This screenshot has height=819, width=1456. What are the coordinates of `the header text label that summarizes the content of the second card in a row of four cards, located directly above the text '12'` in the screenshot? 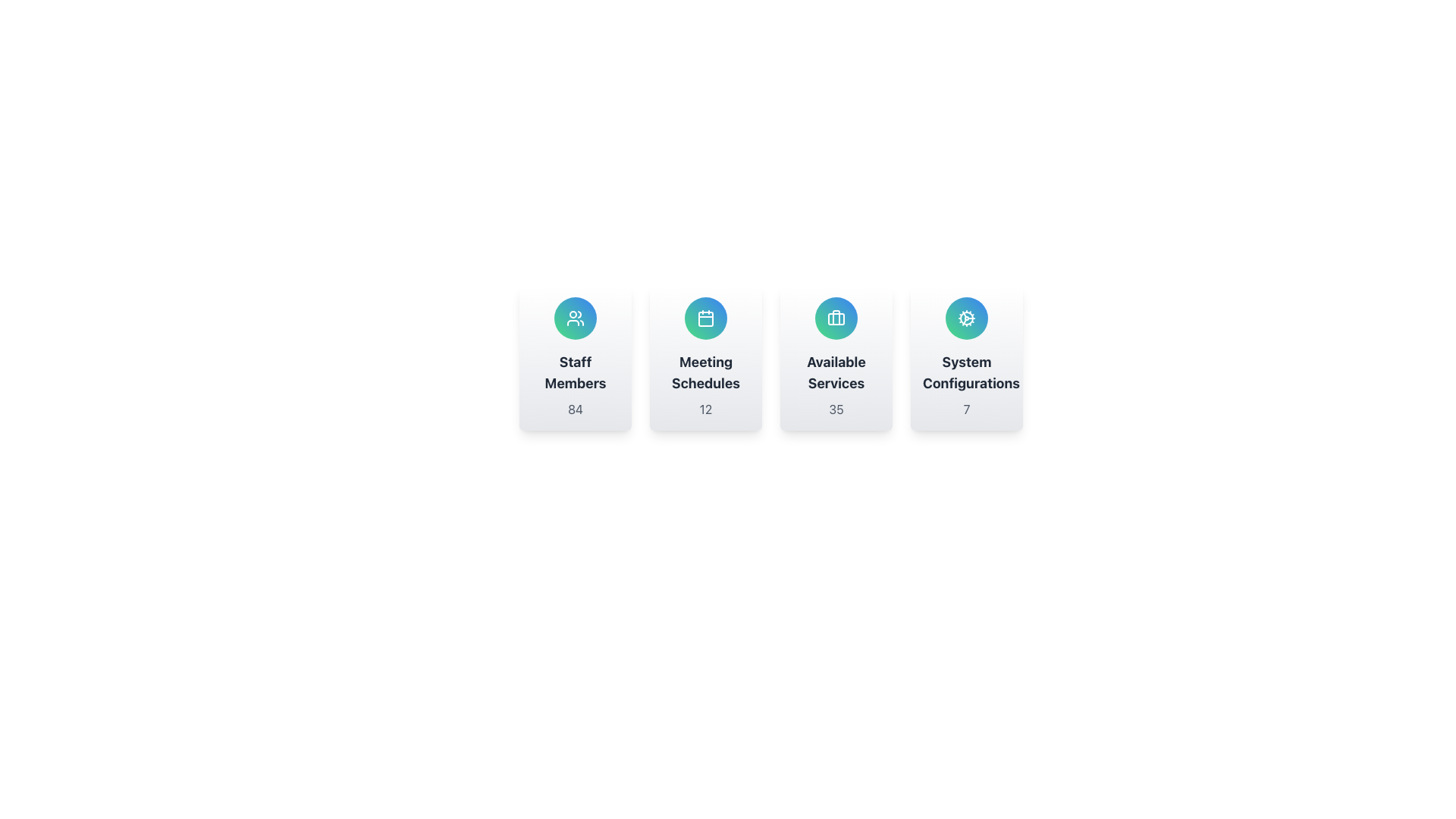 It's located at (705, 373).